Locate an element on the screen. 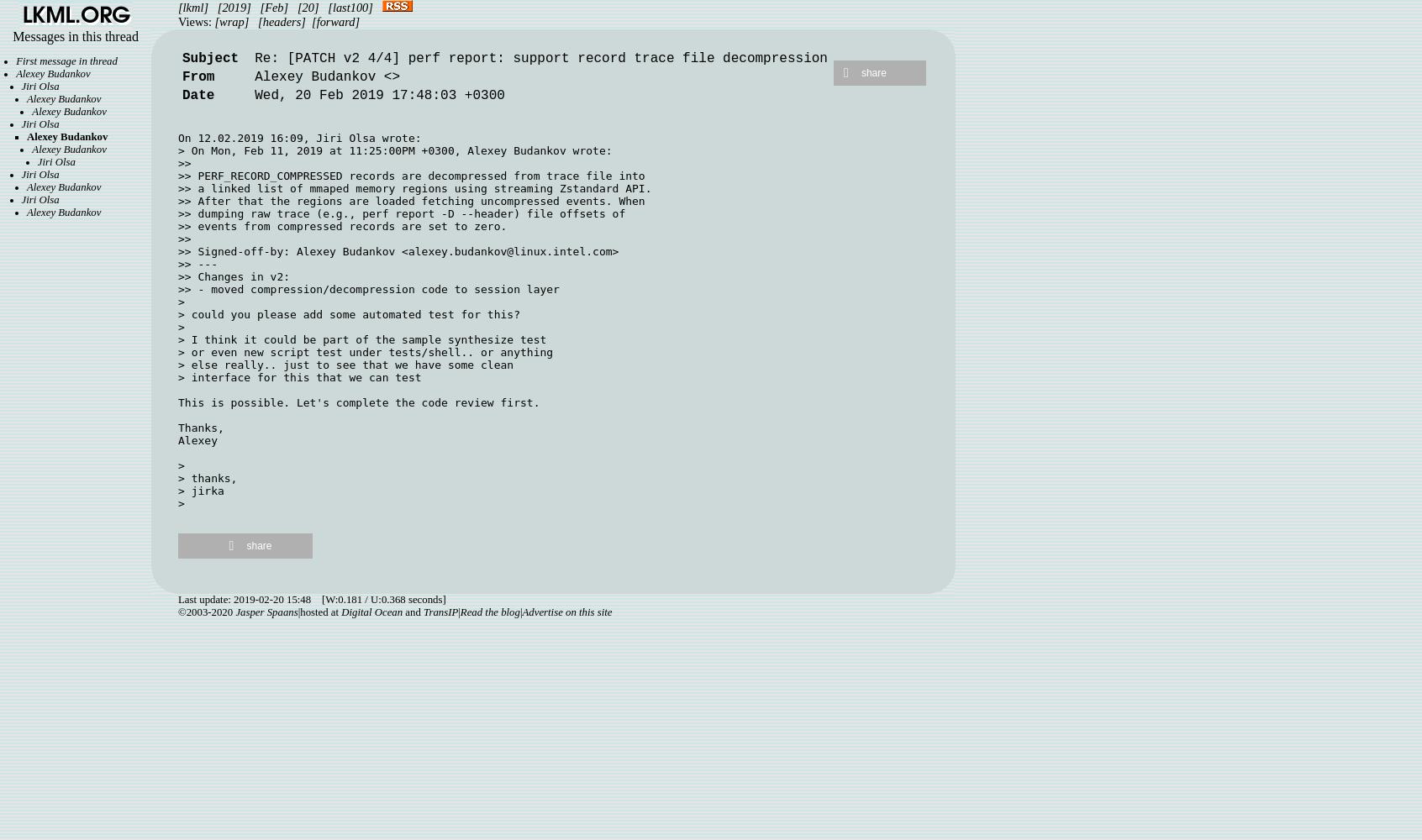 The height and width of the screenshot is (840, 1422). '> could you please add some automated test for this?' is located at coordinates (349, 313).